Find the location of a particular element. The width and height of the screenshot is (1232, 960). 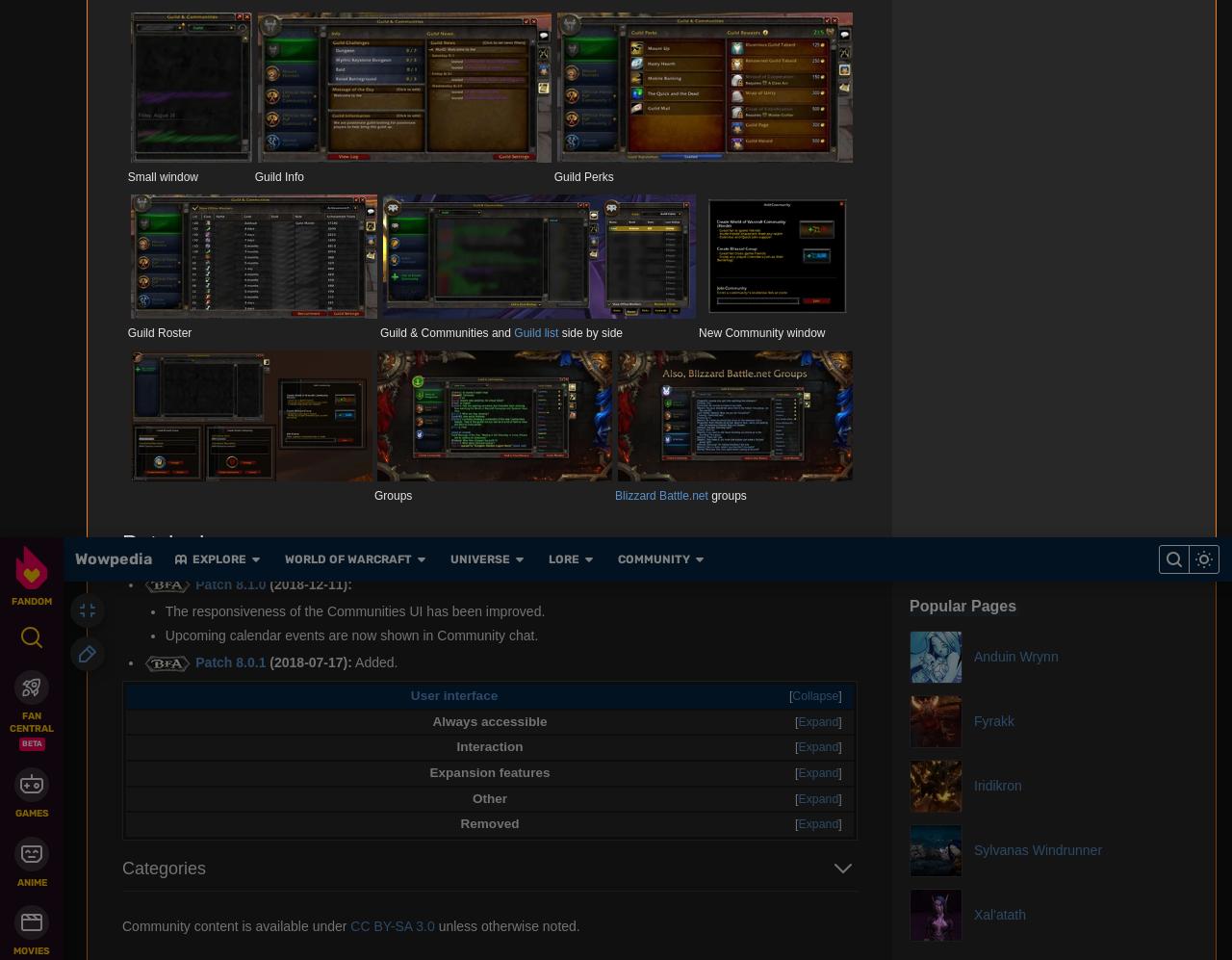

'Community' is located at coordinates (693, 28).